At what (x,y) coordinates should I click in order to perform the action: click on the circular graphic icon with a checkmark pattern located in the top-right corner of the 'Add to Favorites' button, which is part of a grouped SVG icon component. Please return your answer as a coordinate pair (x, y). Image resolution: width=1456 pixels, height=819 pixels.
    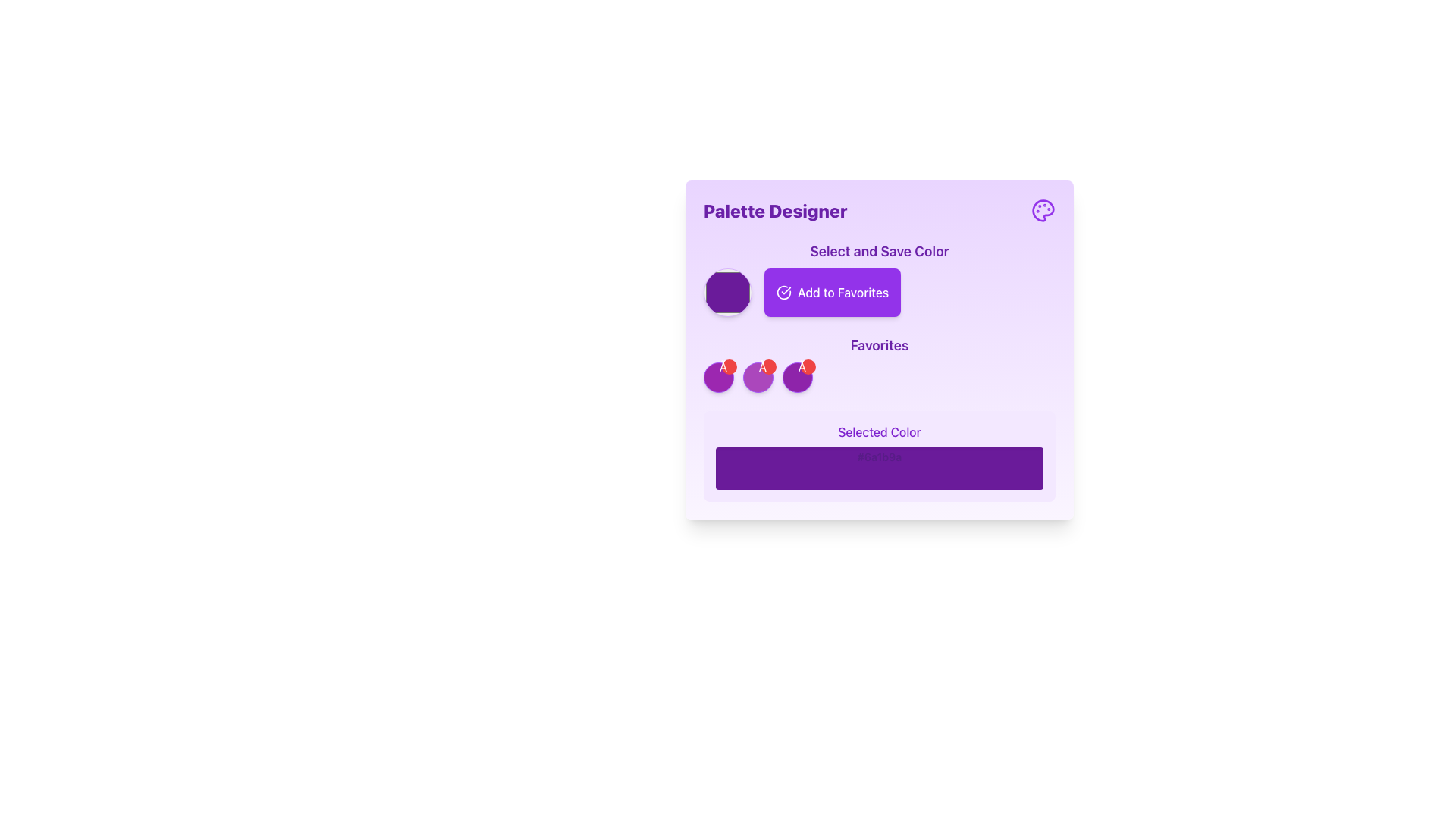
    Looking at the image, I should click on (783, 292).